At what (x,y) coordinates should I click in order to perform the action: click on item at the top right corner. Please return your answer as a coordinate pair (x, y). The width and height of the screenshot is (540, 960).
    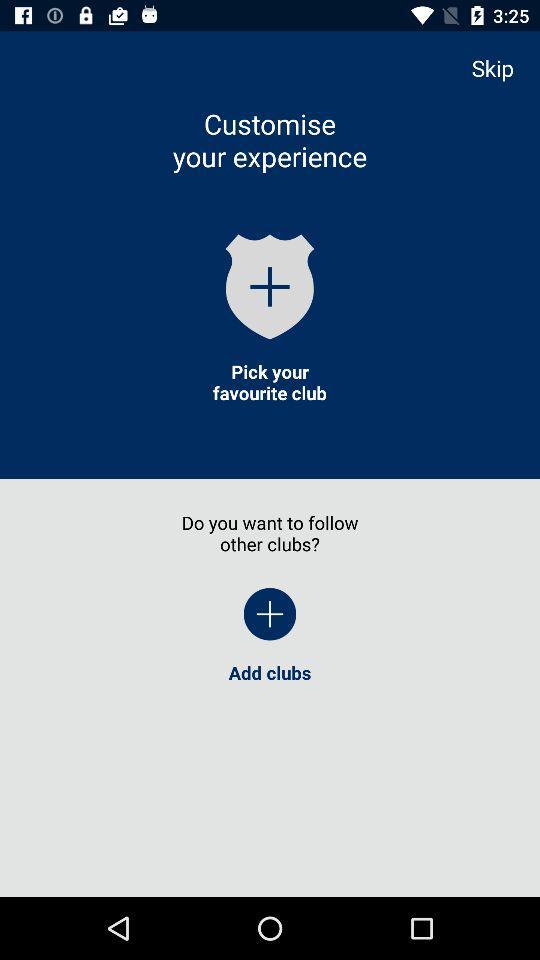
    Looking at the image, I should click on (501, 68).